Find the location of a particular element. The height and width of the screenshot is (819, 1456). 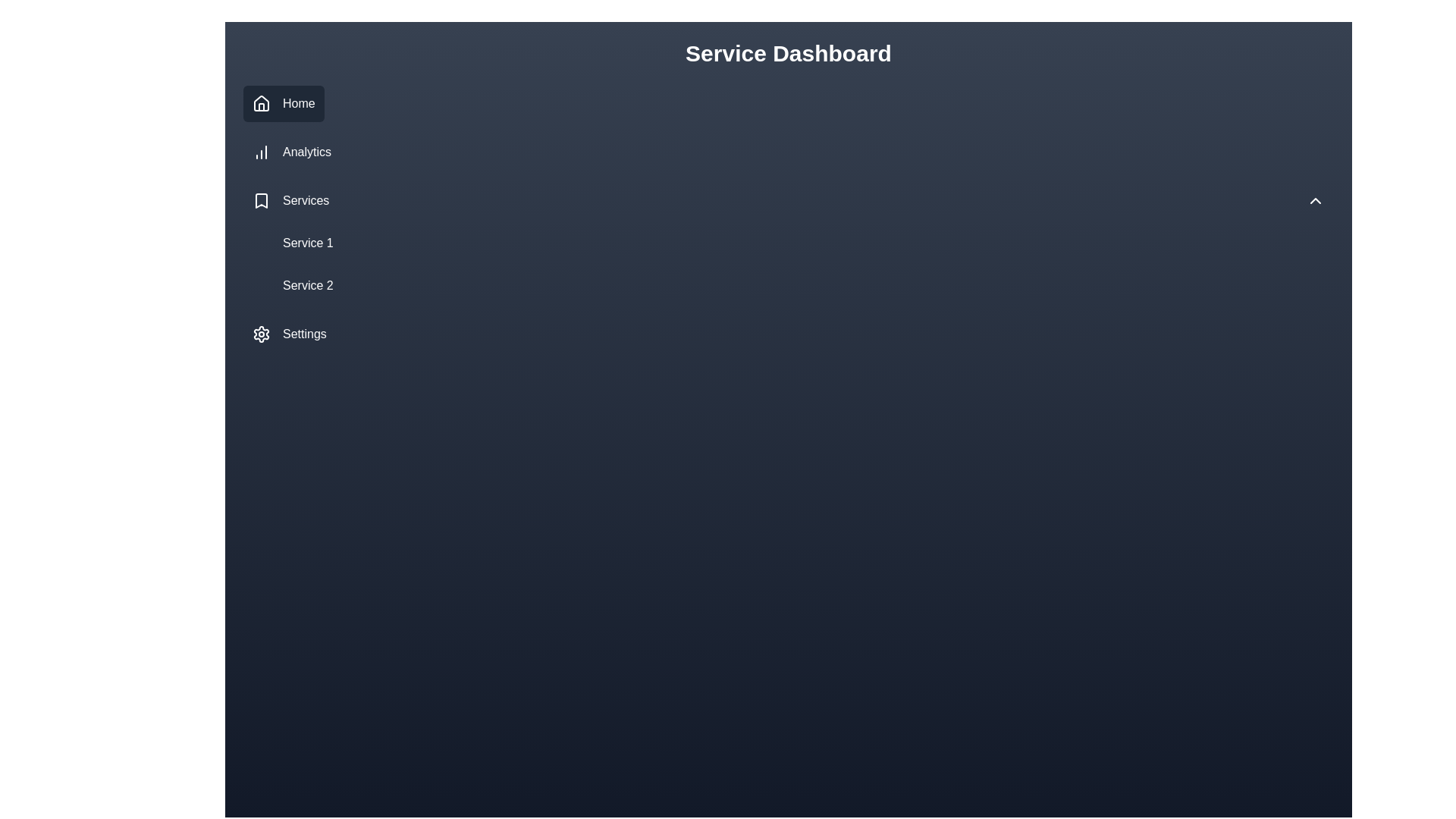

the house-shaped icon in the vertical navigation menu, which is located on the left sidebar next to the 'Home' text and above the 'Analytics' menu item is located at coordinates (262, 103).